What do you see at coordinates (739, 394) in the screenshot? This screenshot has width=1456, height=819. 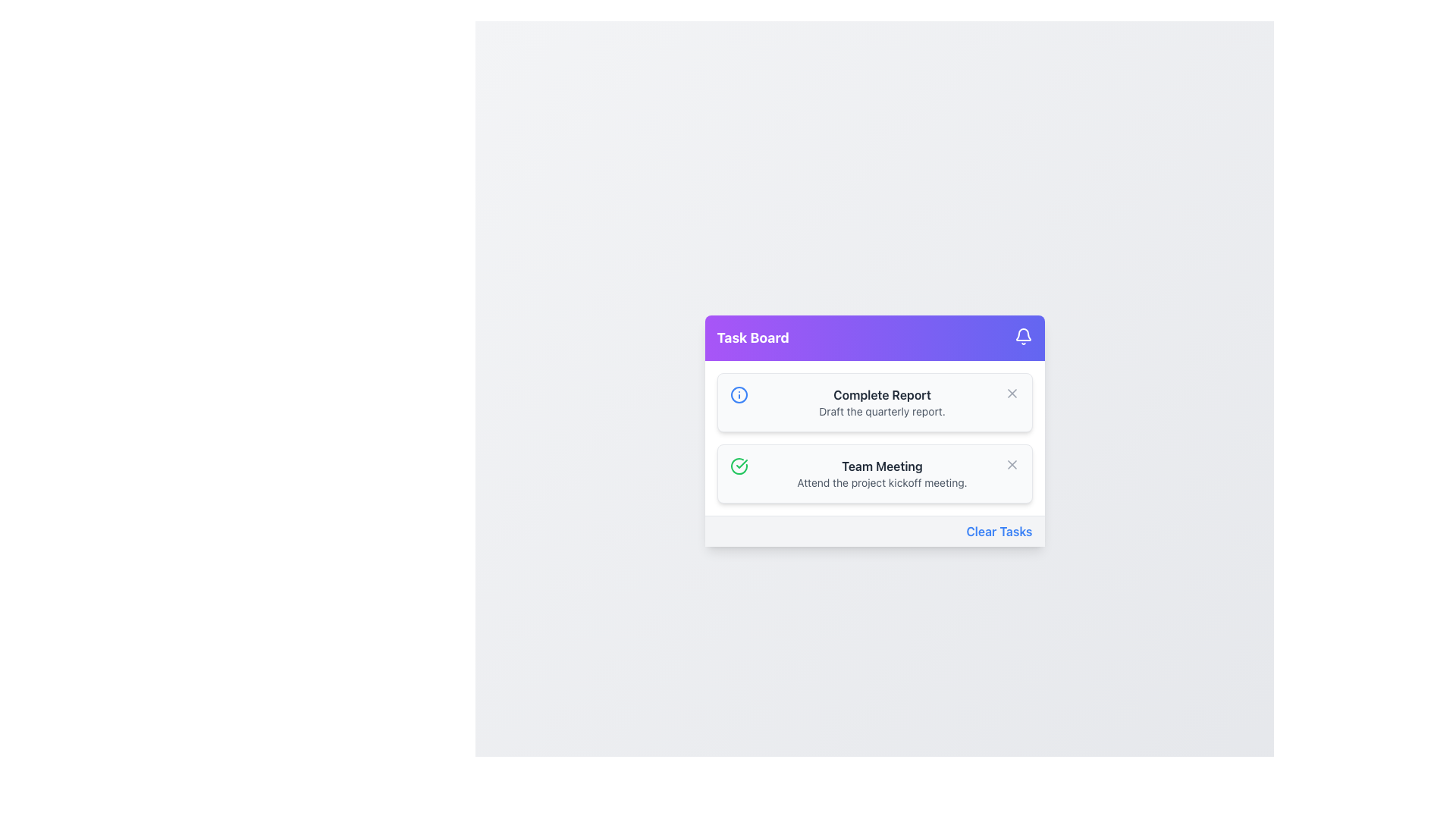 I see `the first SVG circle element, which has a radius of 10 units and is styled with a stroke but no fill, located in the top-right corner of the task board component` at bounding box center [739, 394].